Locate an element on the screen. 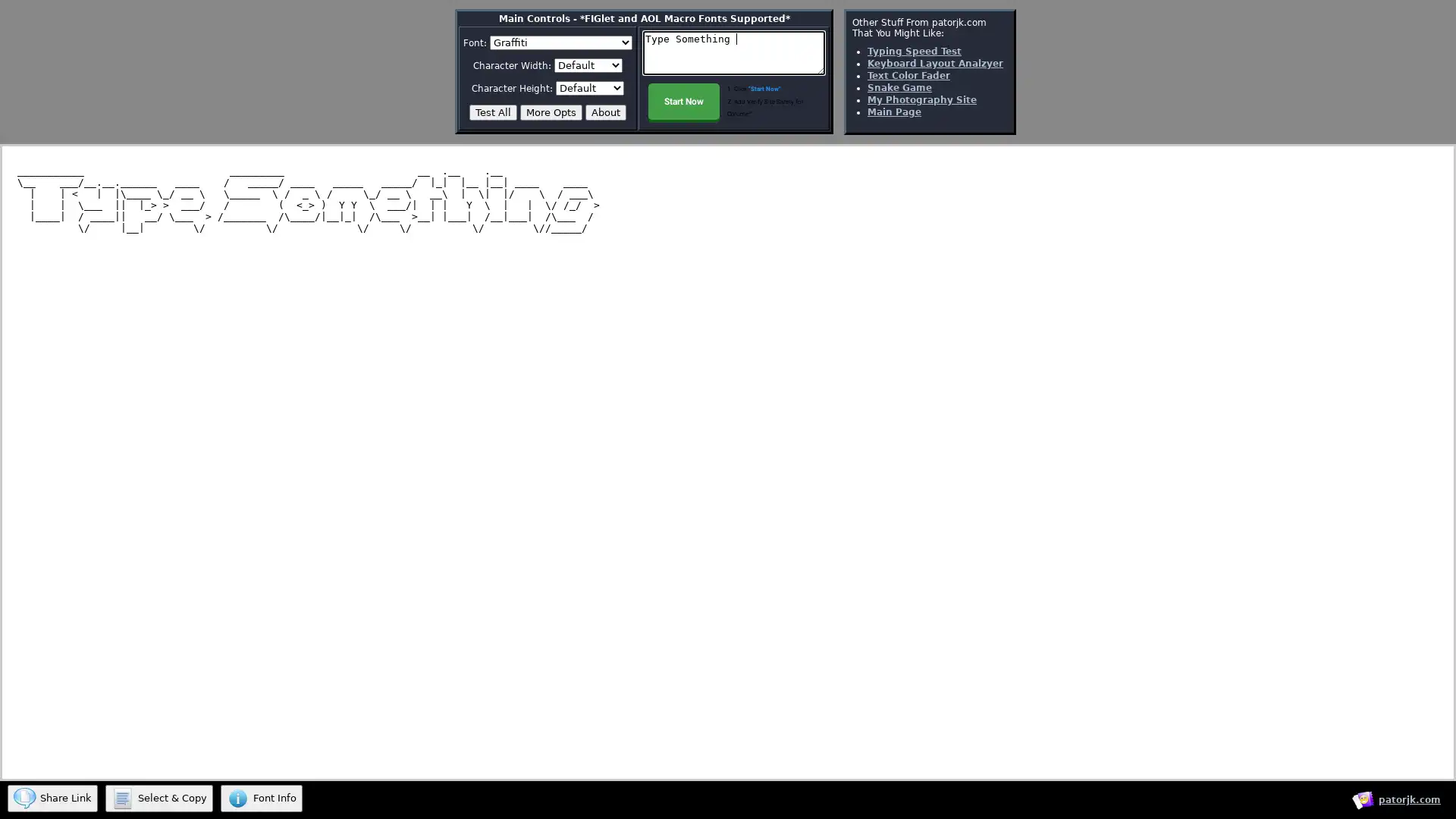 This screenshot has width=1456, height=819. Share Link is located at coordinates (52, 798).